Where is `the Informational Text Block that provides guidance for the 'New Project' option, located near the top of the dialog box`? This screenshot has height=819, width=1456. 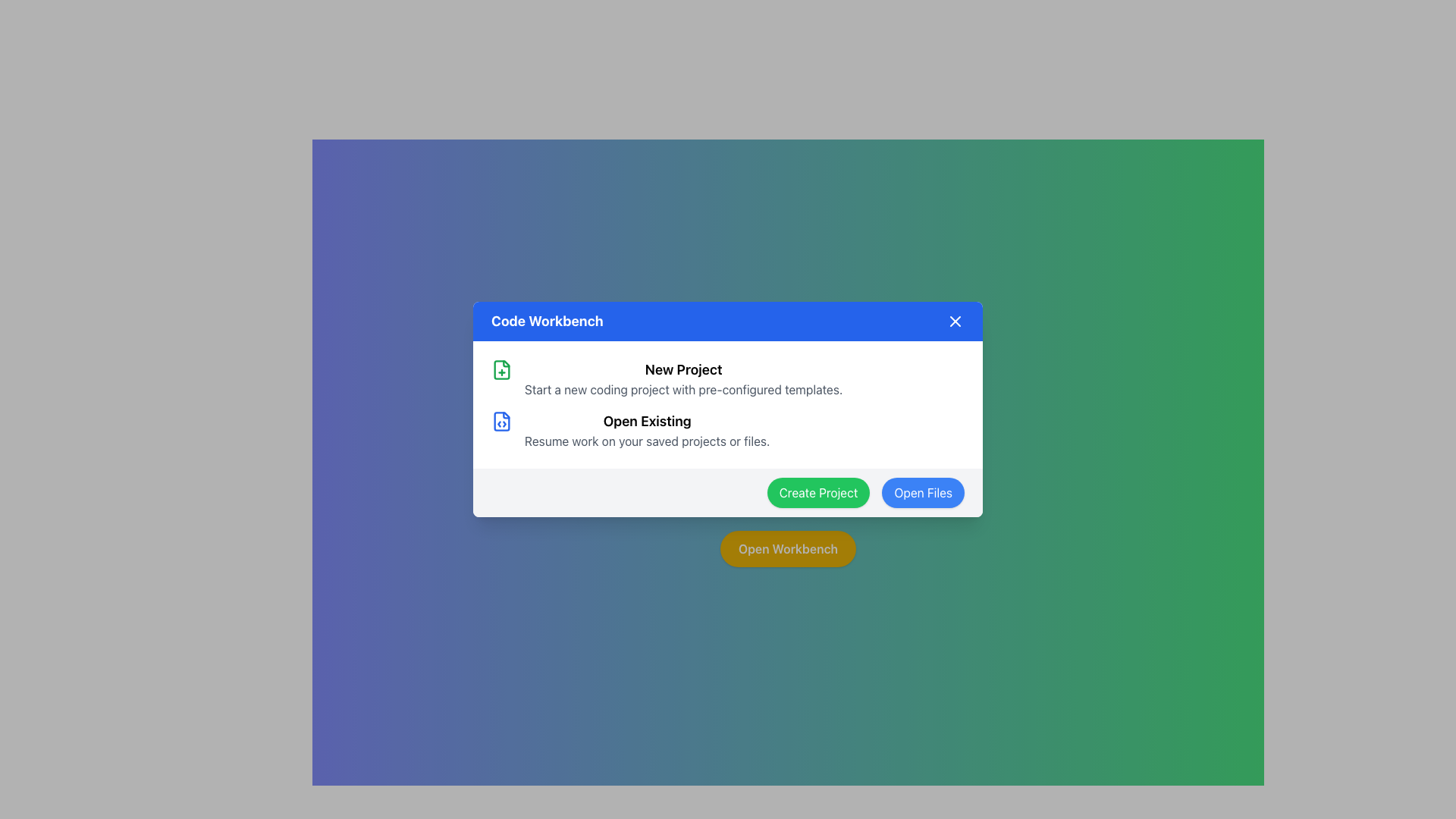
the Informational Text Block that provides guidance for the 'New Project' option, located near the top of the dialog box is located at coordinates (682, 378).